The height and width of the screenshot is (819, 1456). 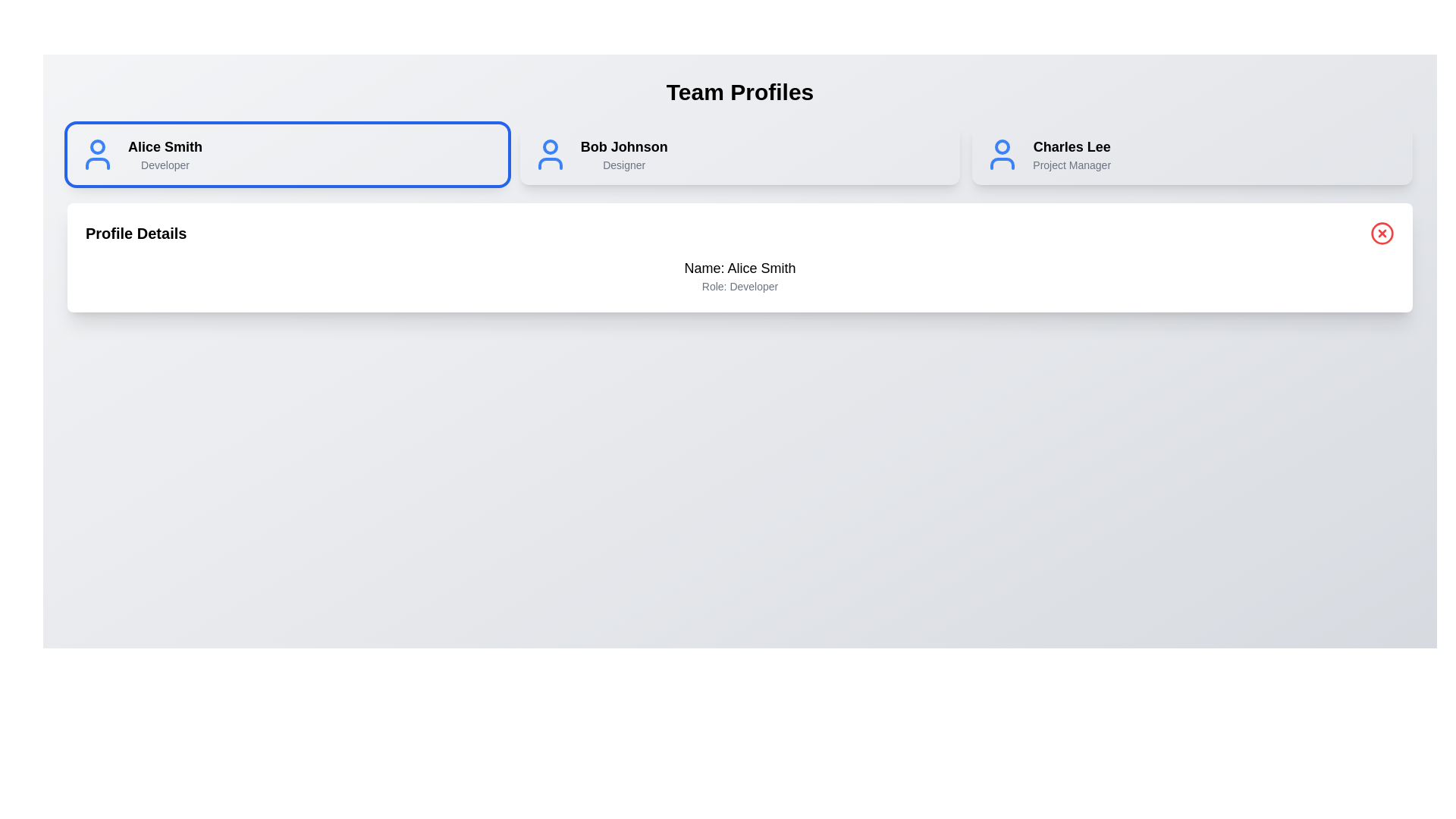 I want to click on the text identifying the name of an individual in the user profile panel, located in the upper-right section of the team profiles layout, to possibly reveal additional information, so click(x=1071, y=146).